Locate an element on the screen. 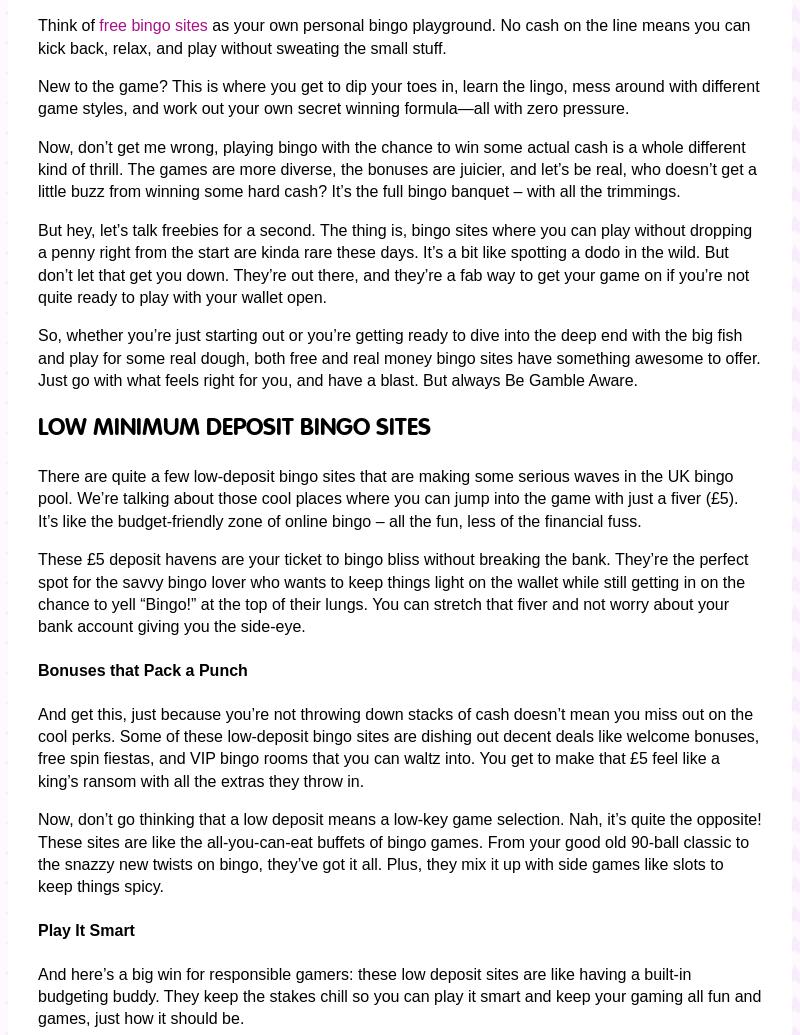  'New to the game? This is where you get to dip your toes in, learn the lingo, mess around with different game styles, and work out your own secret winning formula—all with zero pressure.' is located at coordinates (397, 96).